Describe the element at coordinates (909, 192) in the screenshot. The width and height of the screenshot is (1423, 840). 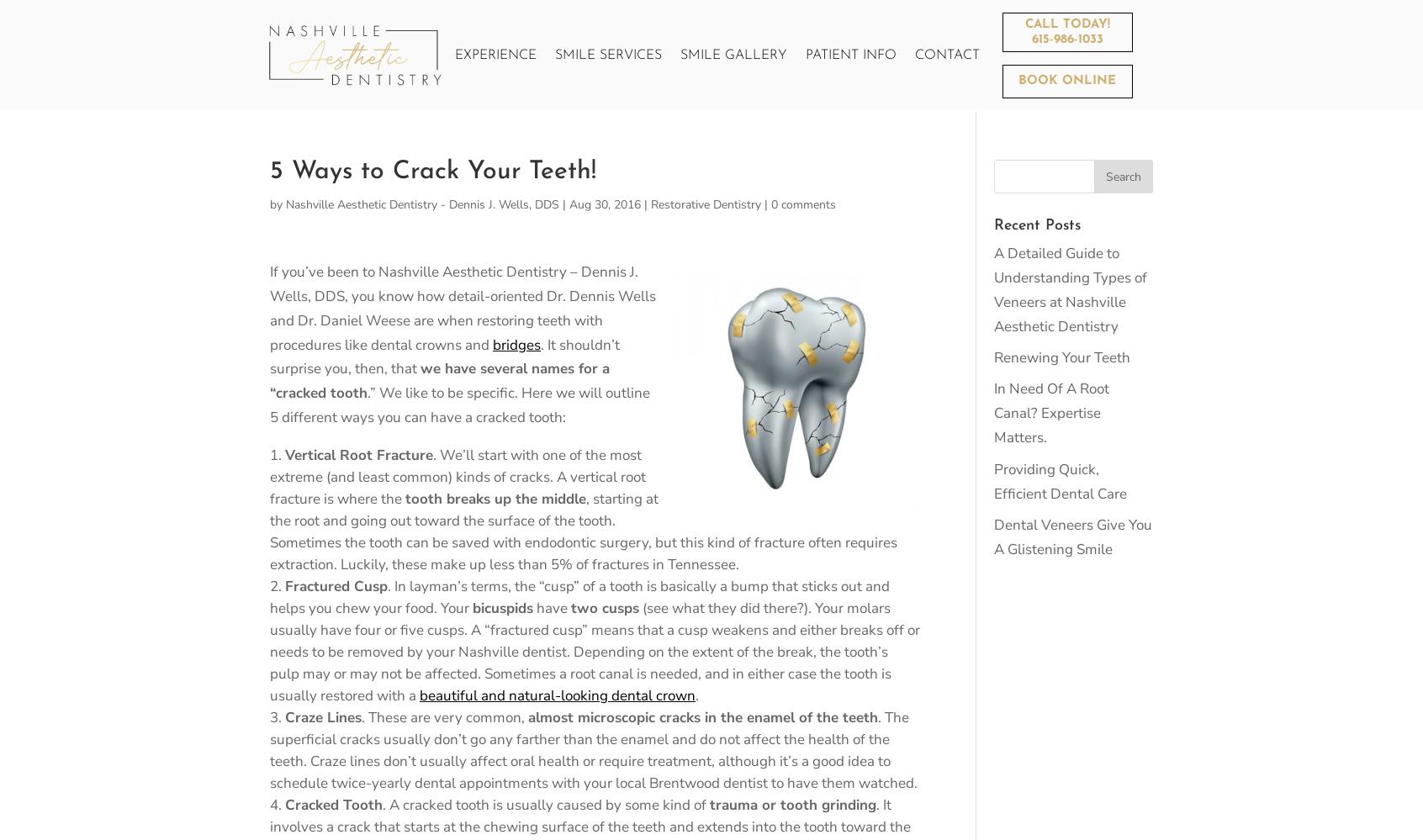
I see `'Financing and Insurance'` at that location.